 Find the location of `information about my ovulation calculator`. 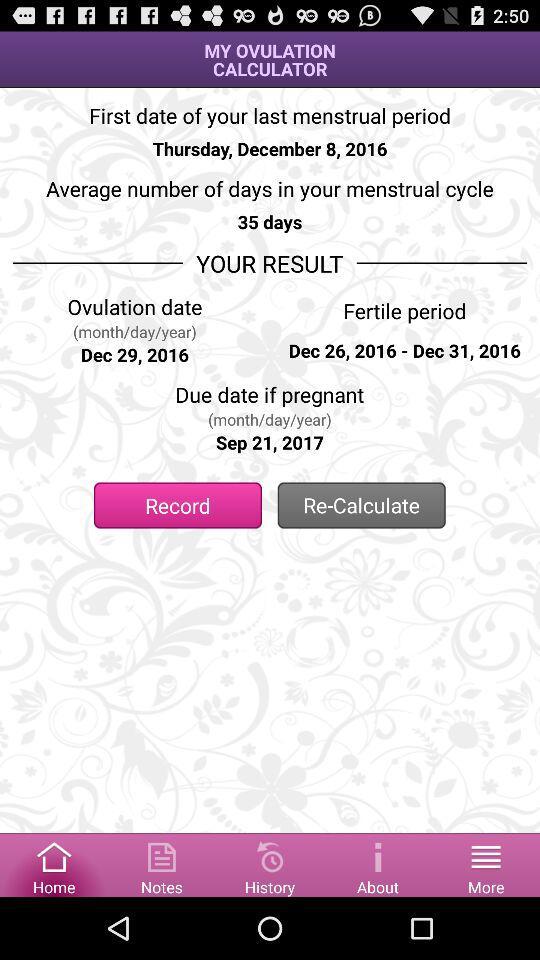

information about my ovulation calculator is located at coordinates (378, 863).